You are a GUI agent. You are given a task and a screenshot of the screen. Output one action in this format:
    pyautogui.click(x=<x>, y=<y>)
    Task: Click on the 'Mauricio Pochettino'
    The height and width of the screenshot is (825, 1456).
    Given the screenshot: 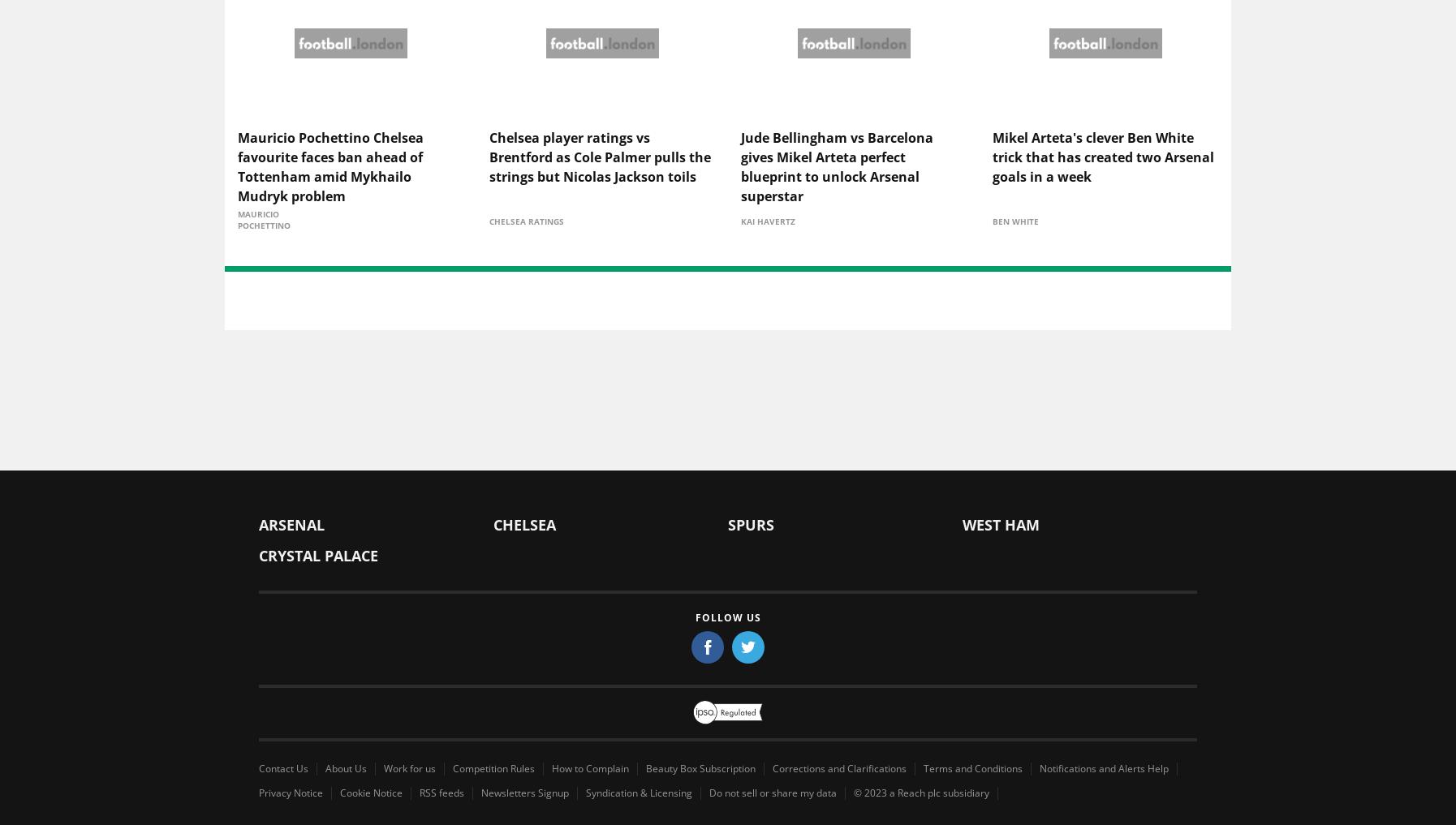 What is the action you would take?
    pyautogui.click(x=263, y=220)
    